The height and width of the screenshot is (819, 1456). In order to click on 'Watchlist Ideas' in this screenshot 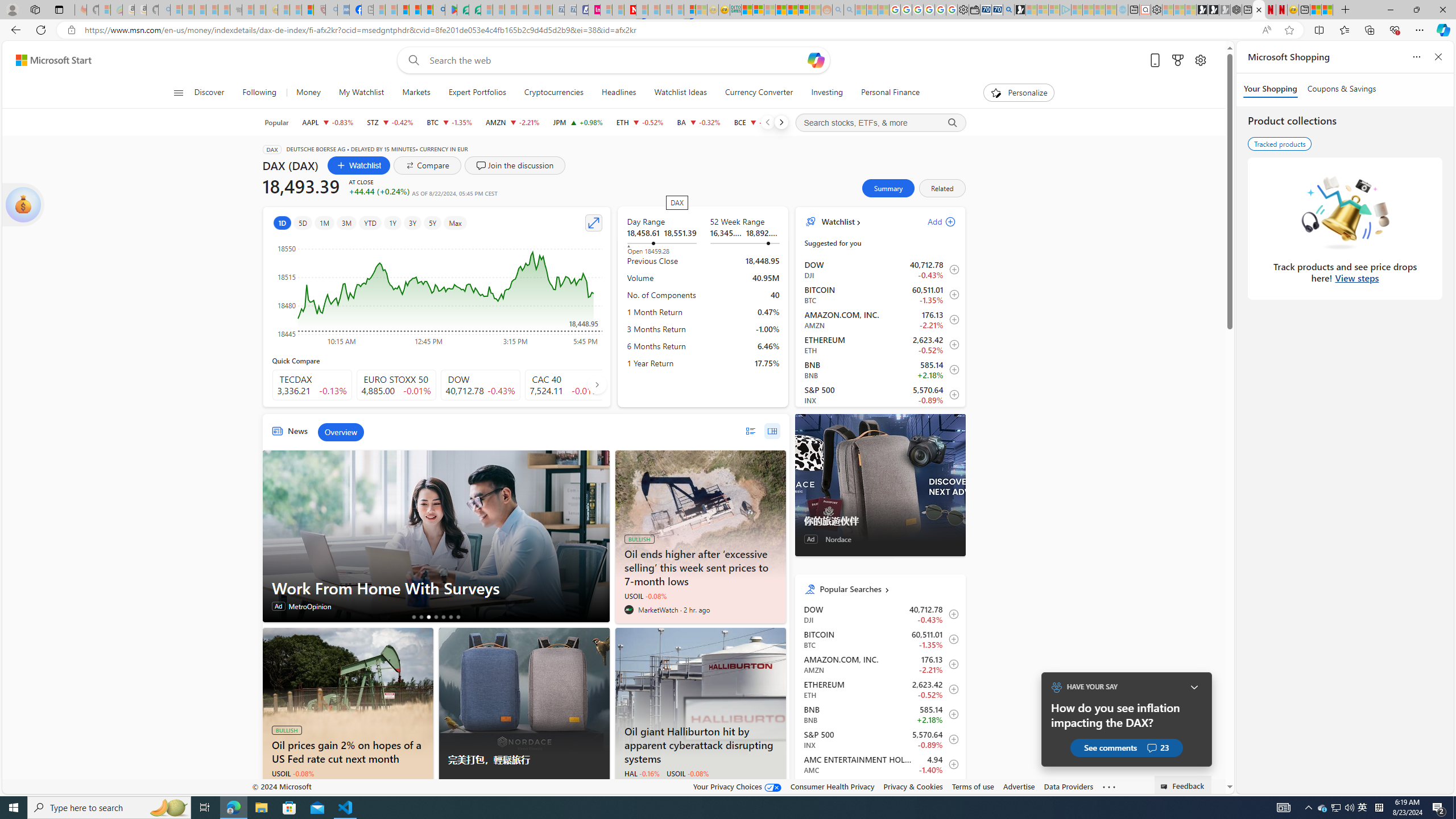, I will do `click(680, 92)`.